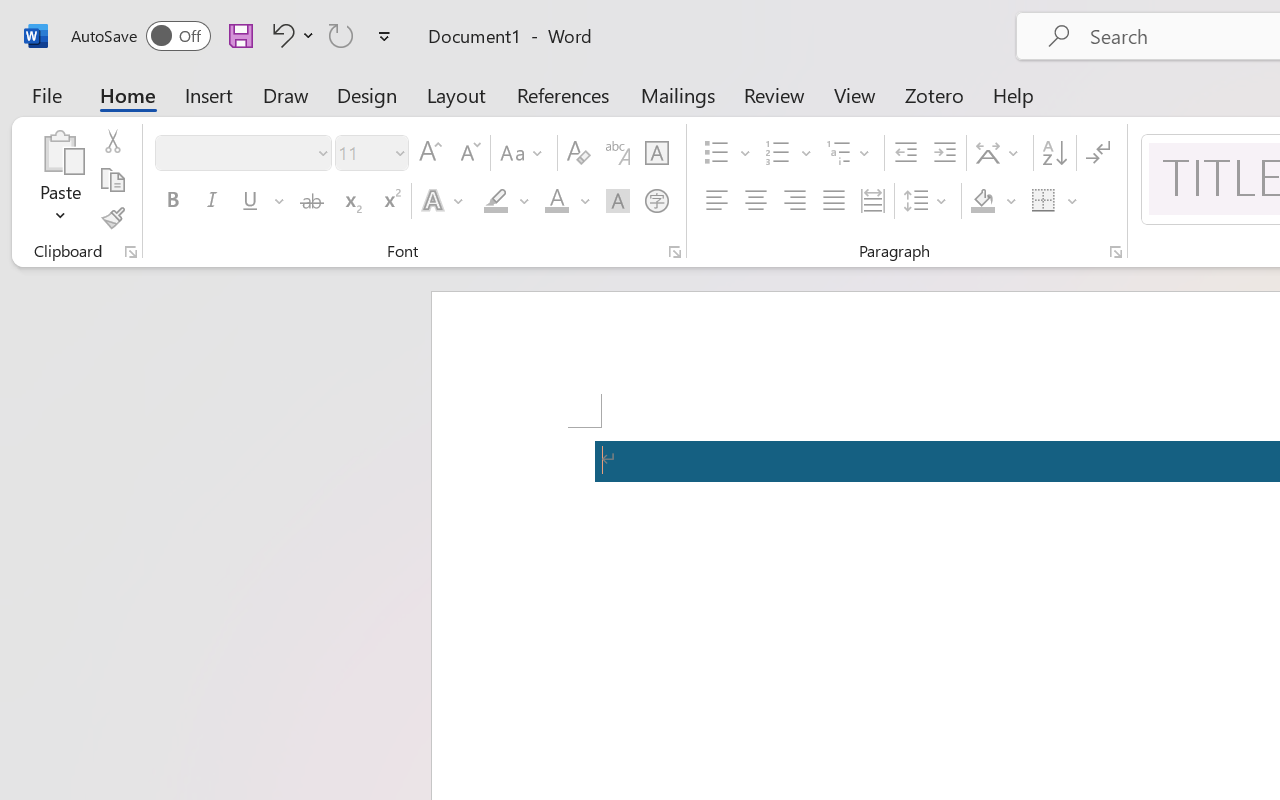  I want to click on 'Font Color RGB(255, 0, 0)', so click(556, 201).